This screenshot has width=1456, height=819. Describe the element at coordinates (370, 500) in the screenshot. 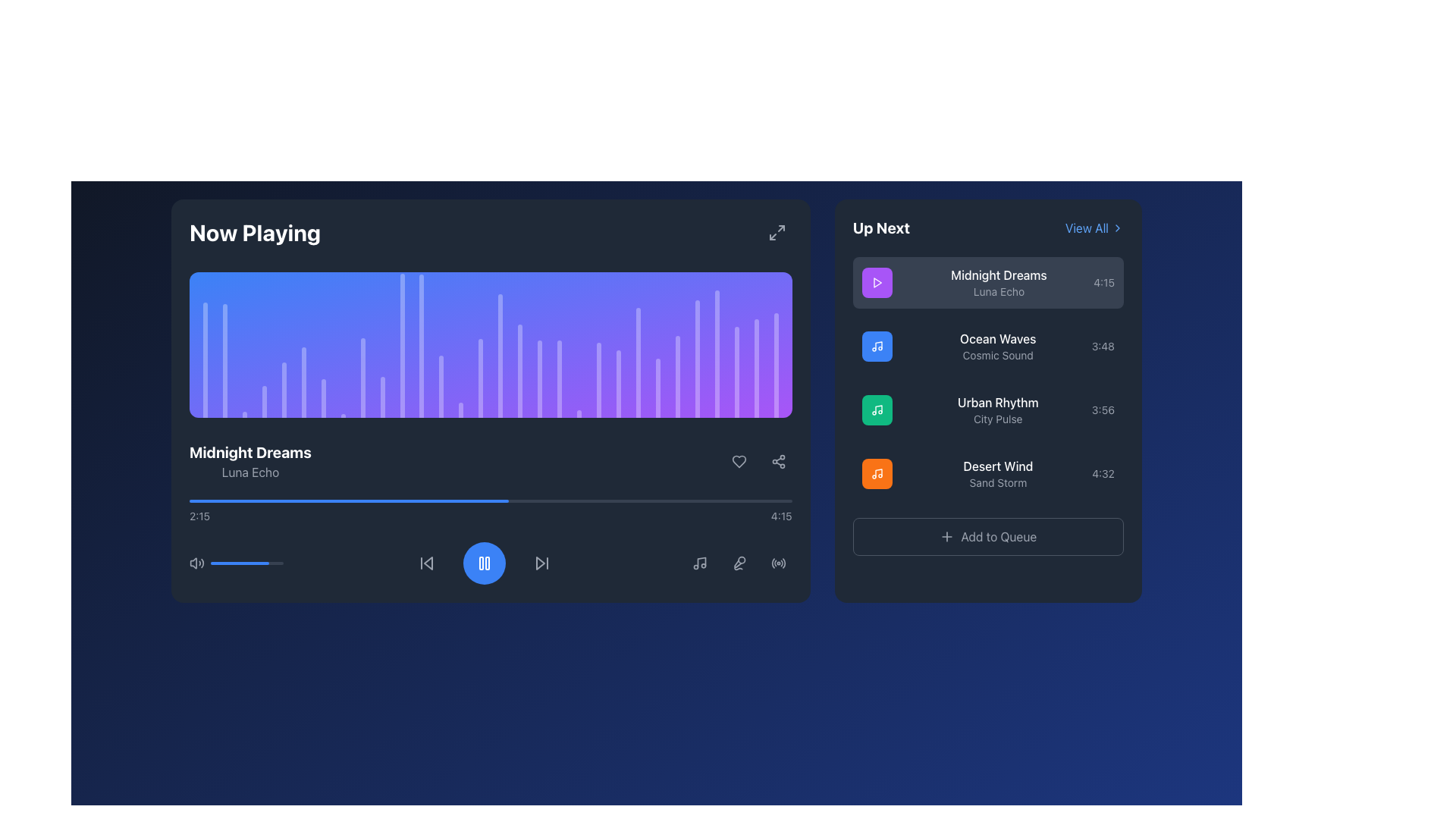

I see `the progress bar` at that location.